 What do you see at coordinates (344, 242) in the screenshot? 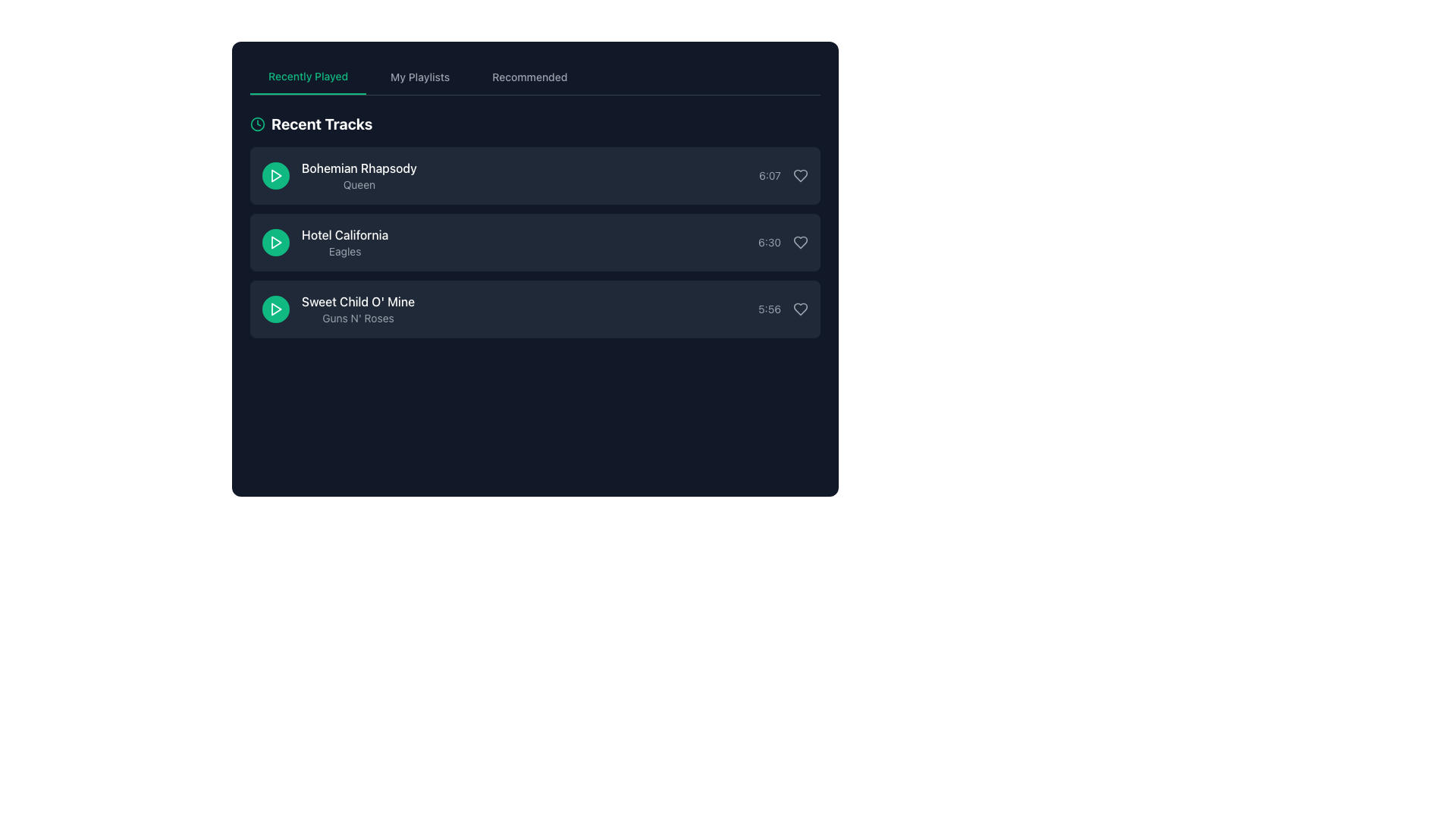
I see `the text label displaying the track name 'Hotel California' by the artist 'Eagles'` at bounding box center [344, 242].